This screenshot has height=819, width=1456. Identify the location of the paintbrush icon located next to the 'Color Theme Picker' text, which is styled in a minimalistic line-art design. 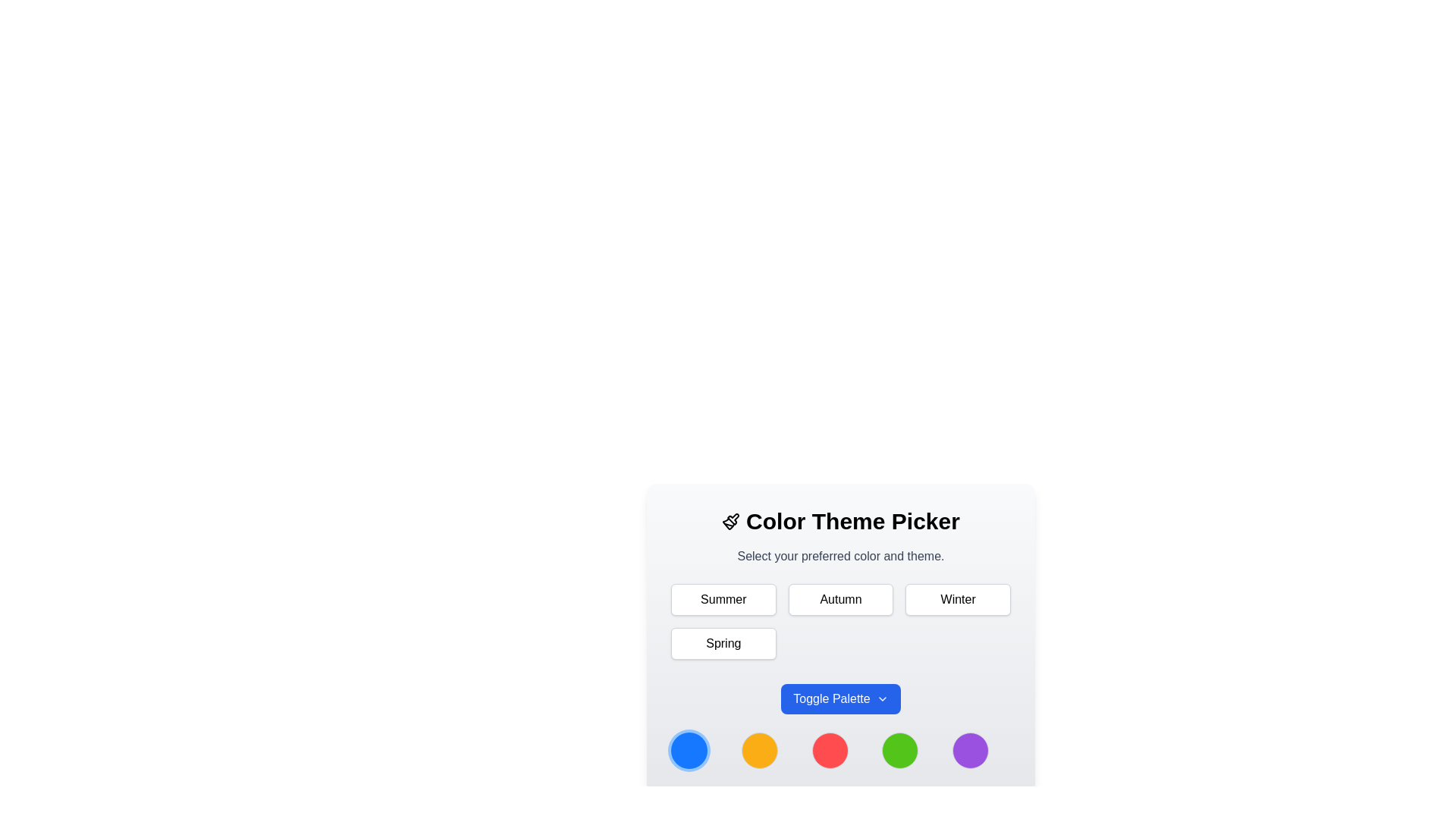
(731, 520).